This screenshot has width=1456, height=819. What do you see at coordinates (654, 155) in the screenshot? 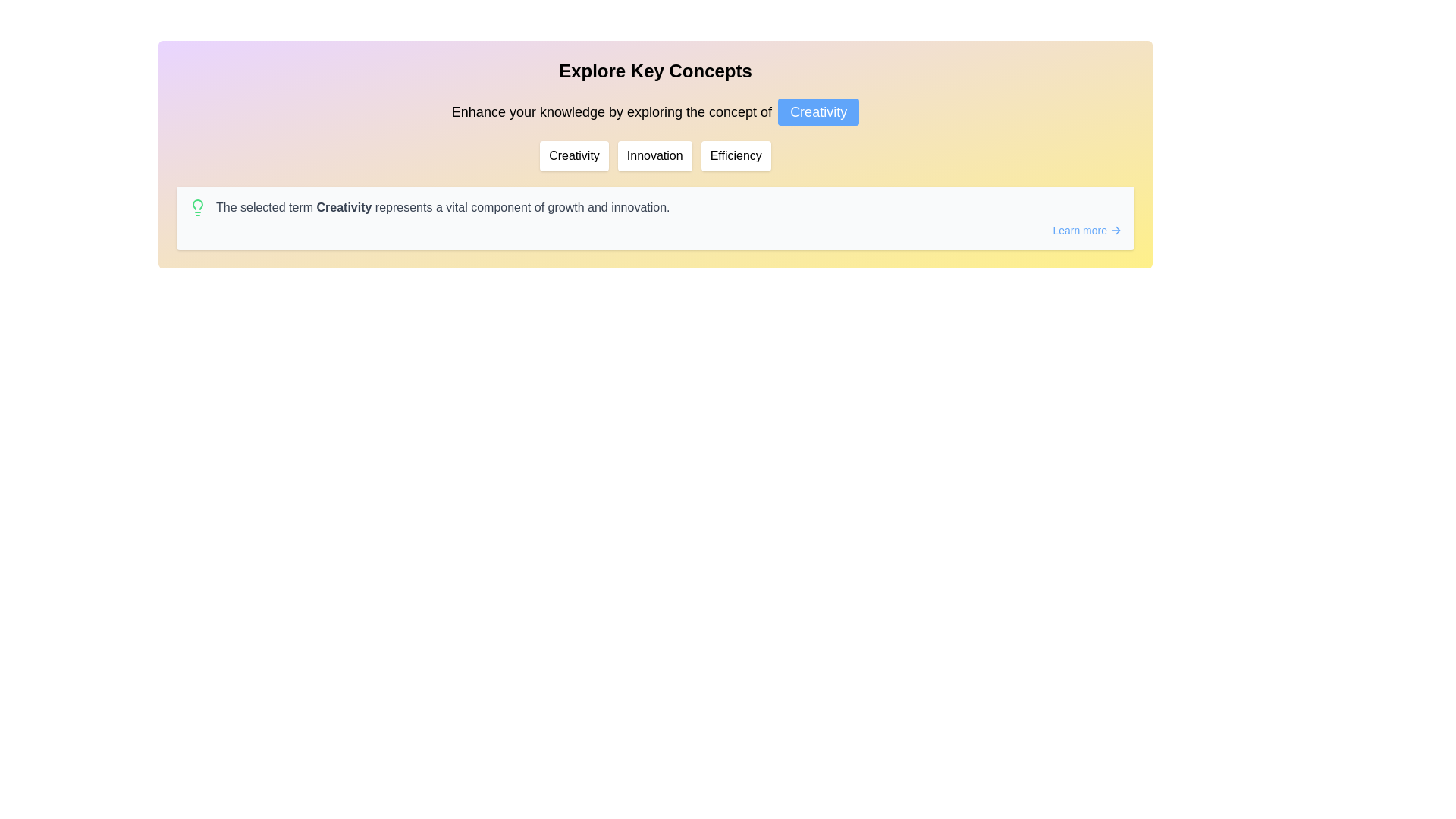
I see `the 'Innovation' button, which is a rectangular button with rounded corners, styled in a white background with the text 'Innovation' centered in dark color` at bounding box center [654, 155].